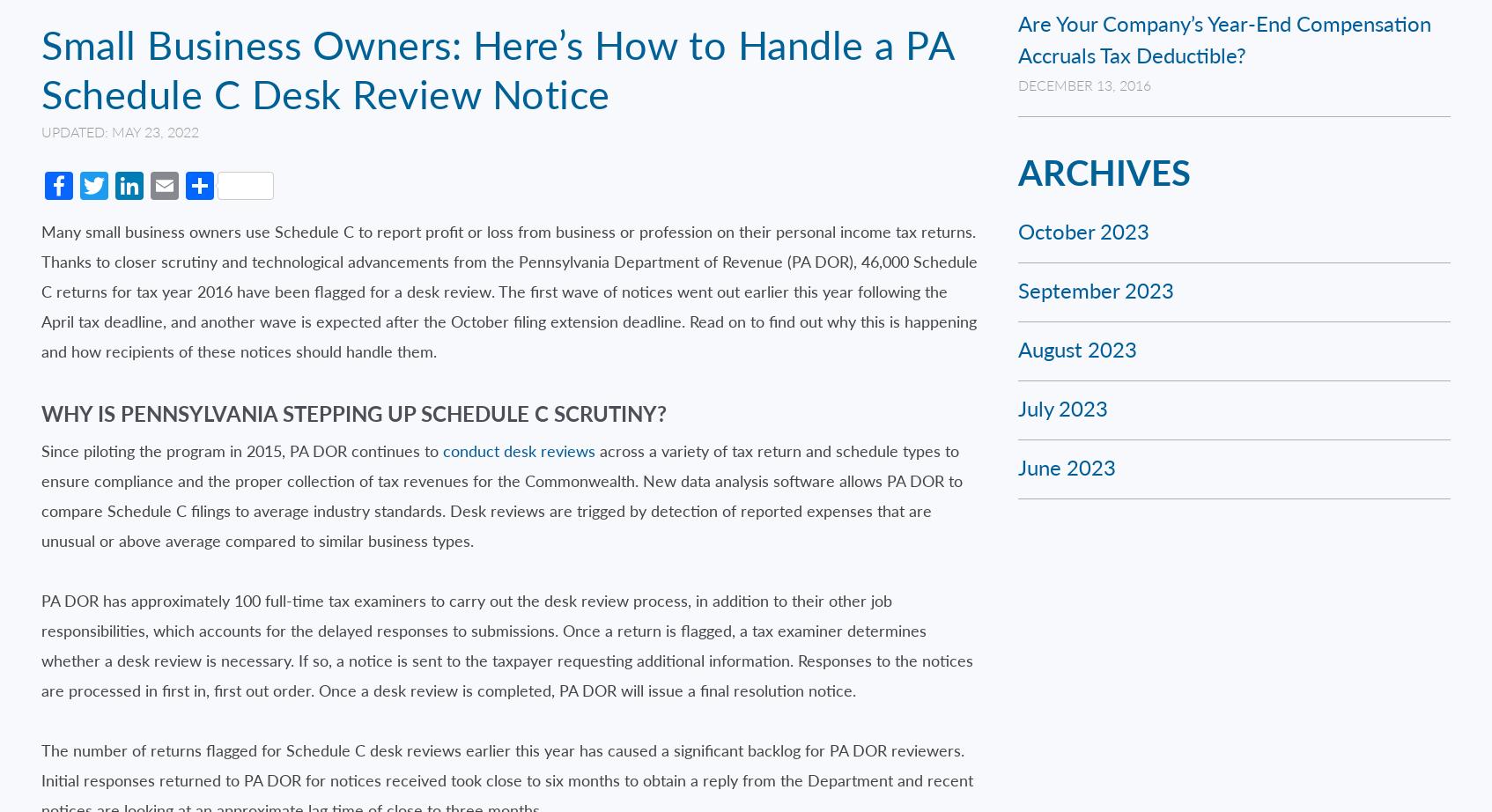  What do you see at coordinates (506, 643) in the screenshot?
I see `'PA DOR has approximately 100 full-time tax examiners to carry out the desk review process, in addition to their other job responsibilities, which accounts for the delayed responses to submissions. Once a return is flagged, a tax examiner determines whether a desk review is necessary. If so, a notice is sent to the taxpayer requesting additional information. Responses to the notices are processed in first in, first out order. Once a desk review is completed, PA DOR will issue a final resolution notice.'` at bounding box center [506, 643].